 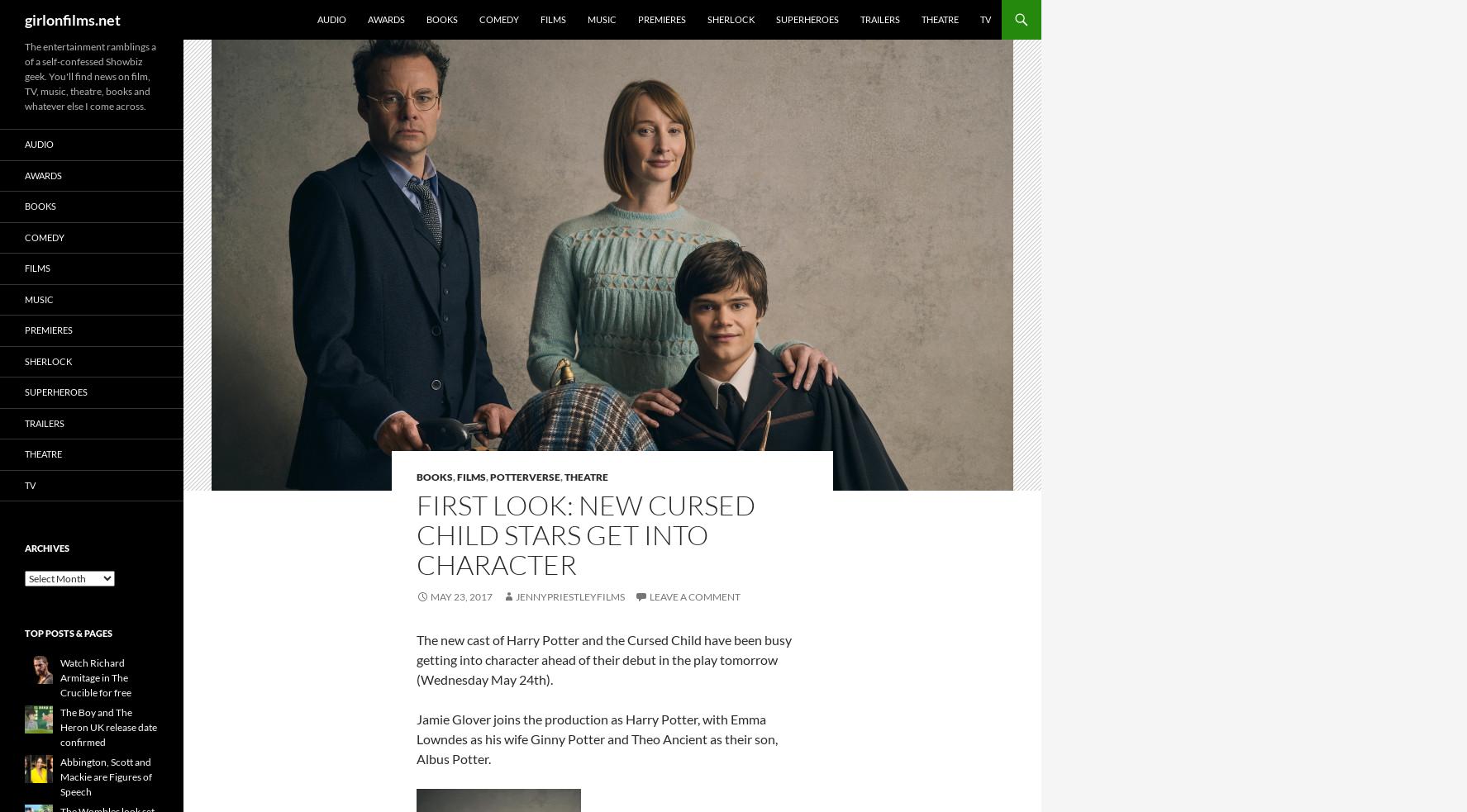 I want to click on 'girlonfilms.net', so click(x=73, y=18).